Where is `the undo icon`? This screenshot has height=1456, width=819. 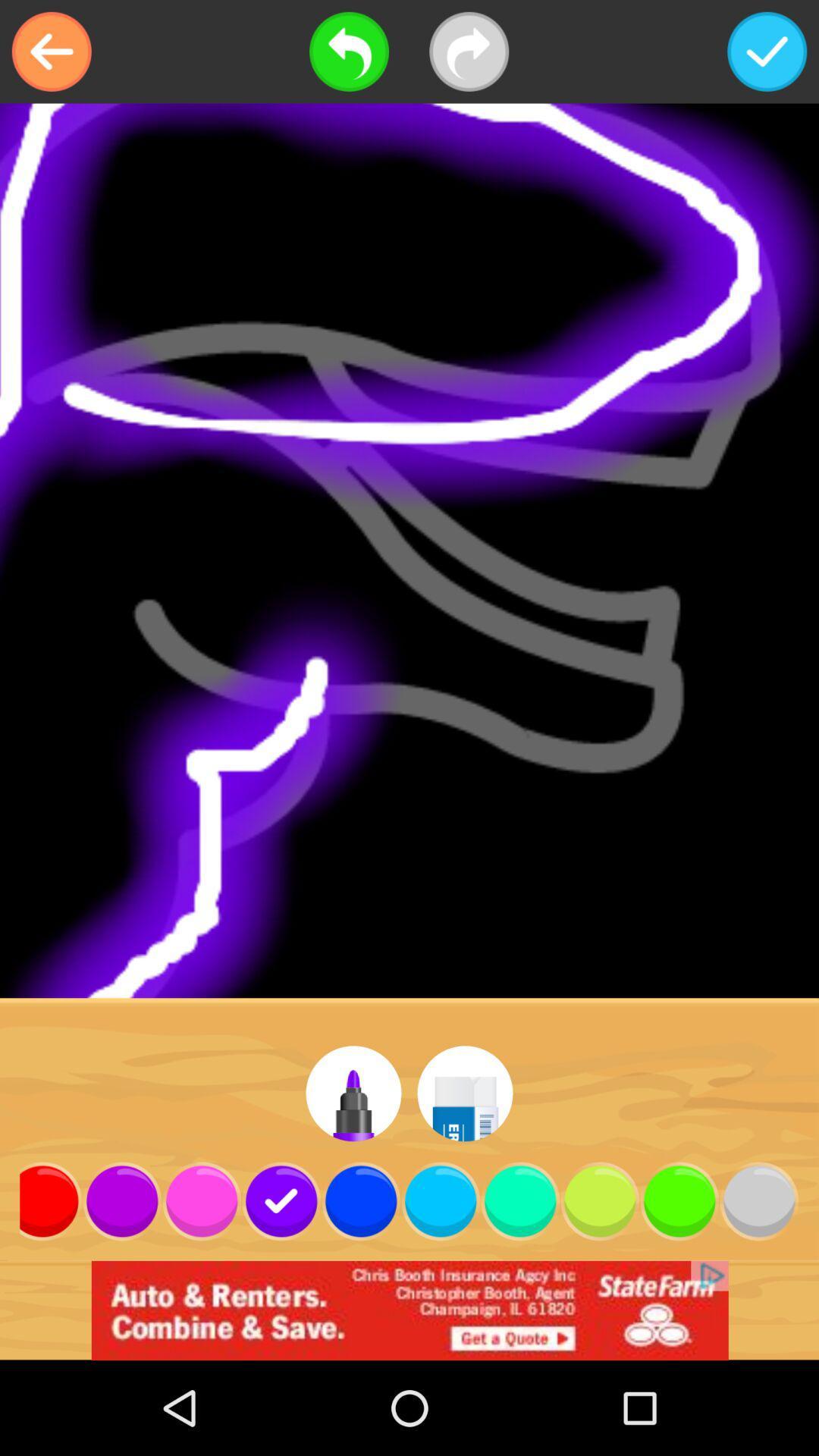 the undo icon is located at coordinates (349, 52).